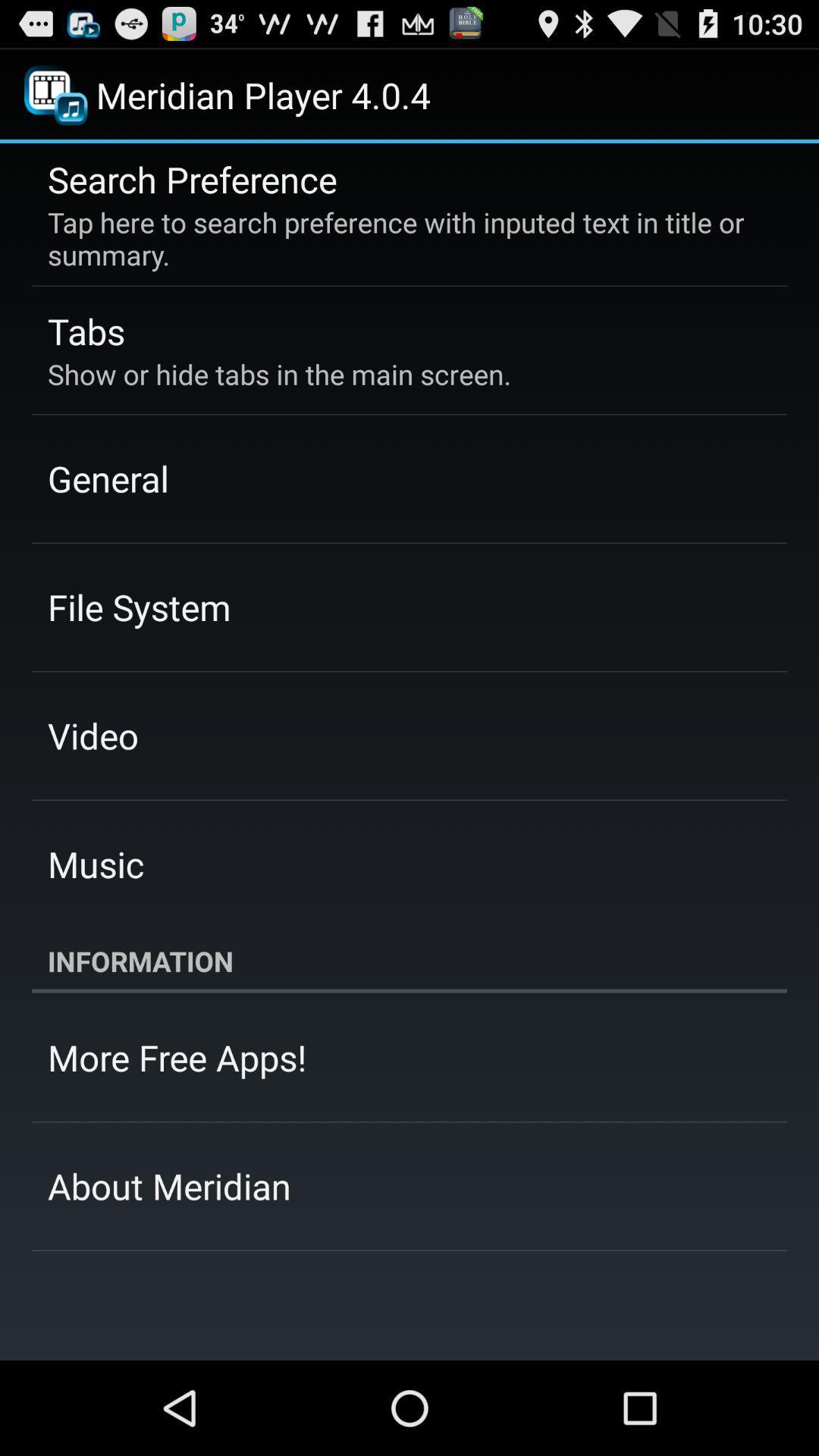 The height and width of the screenshot is (1456, 819). What do you see at coordinates (279, 374) in the screenshot?
I see `the app above the general item` at bounding box center [279, 374].